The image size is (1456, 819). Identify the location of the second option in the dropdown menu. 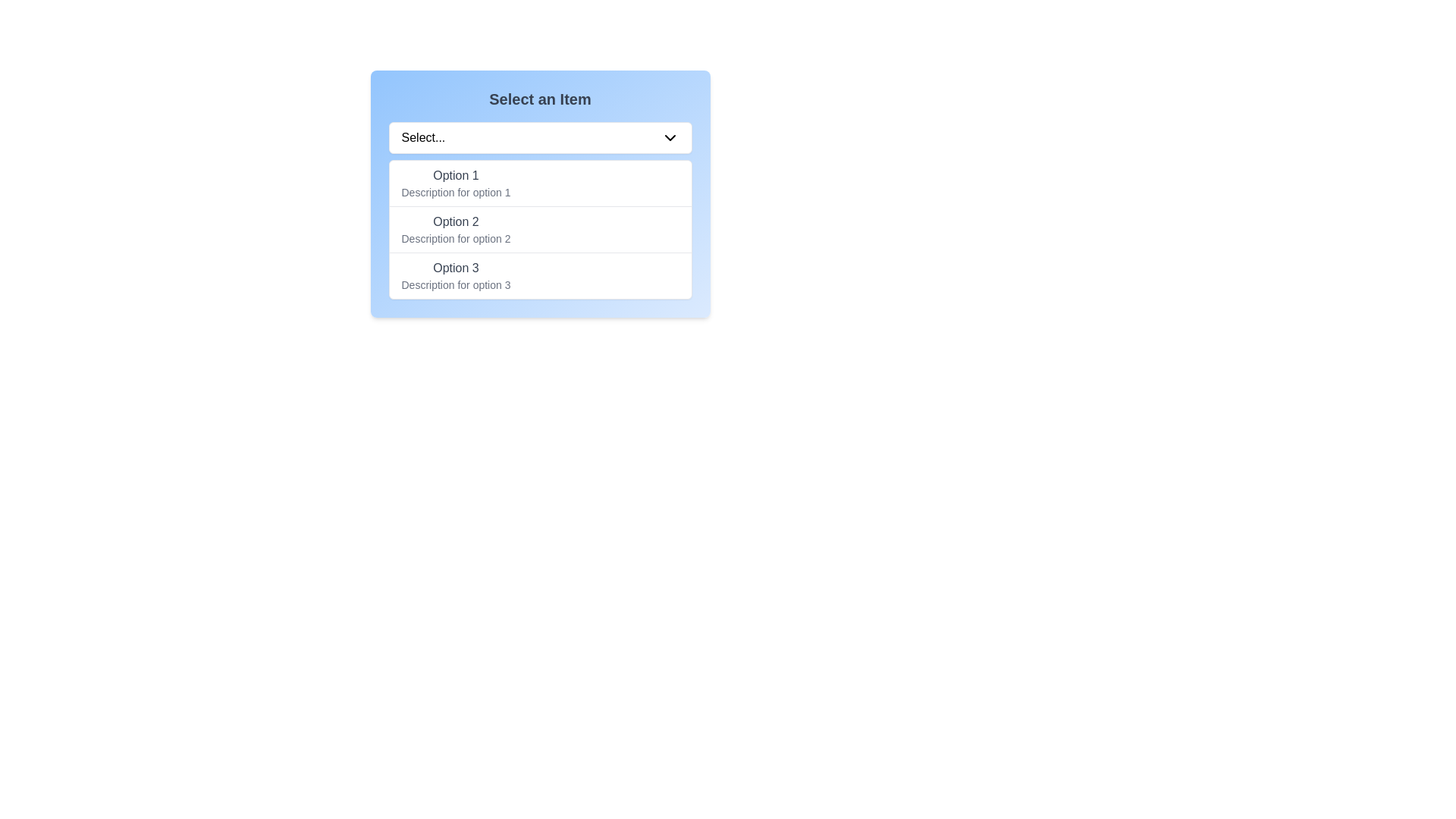
(455, 230).